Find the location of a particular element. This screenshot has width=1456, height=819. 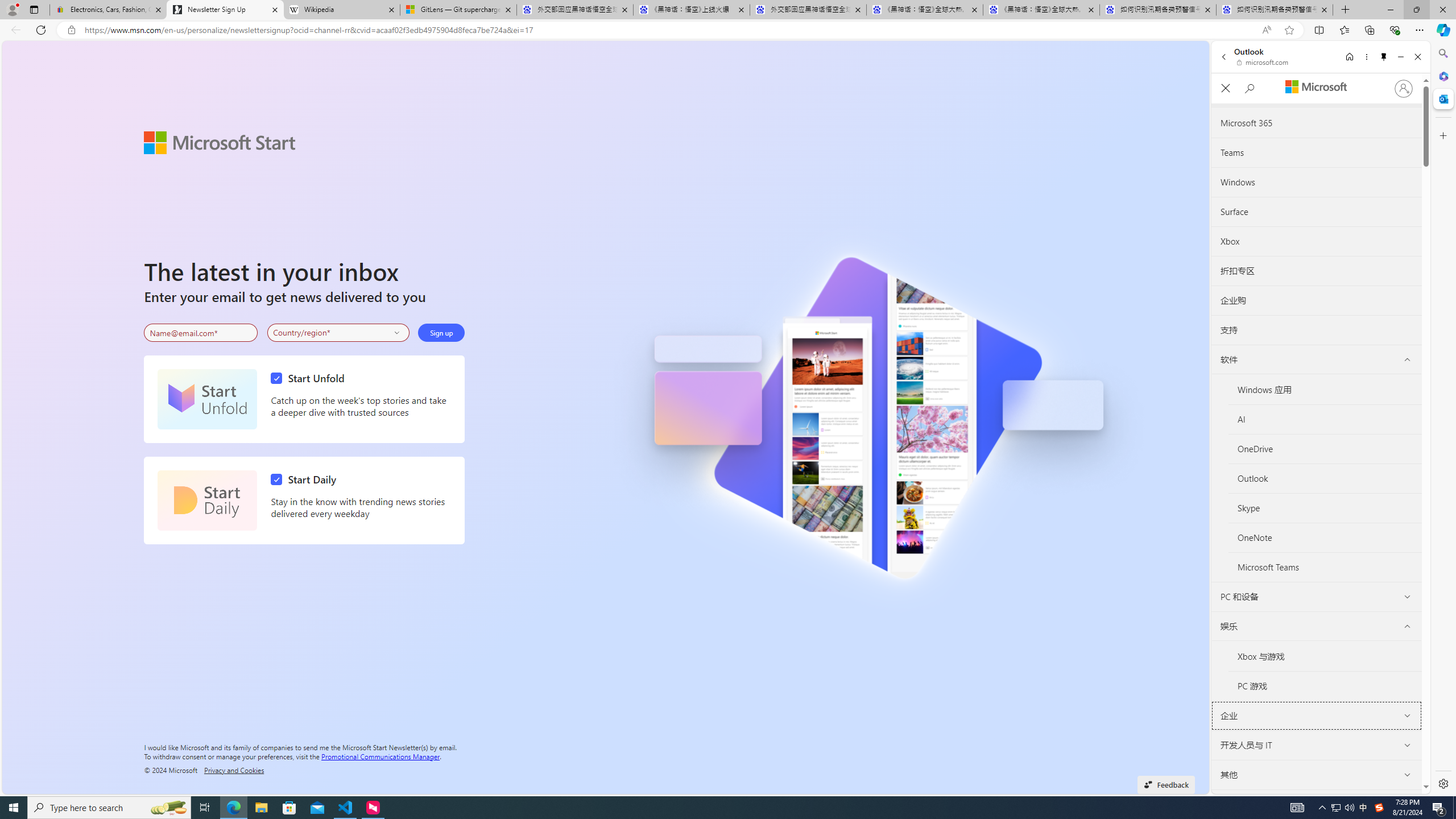

'Skype' is located at coordinates (1324, 507).